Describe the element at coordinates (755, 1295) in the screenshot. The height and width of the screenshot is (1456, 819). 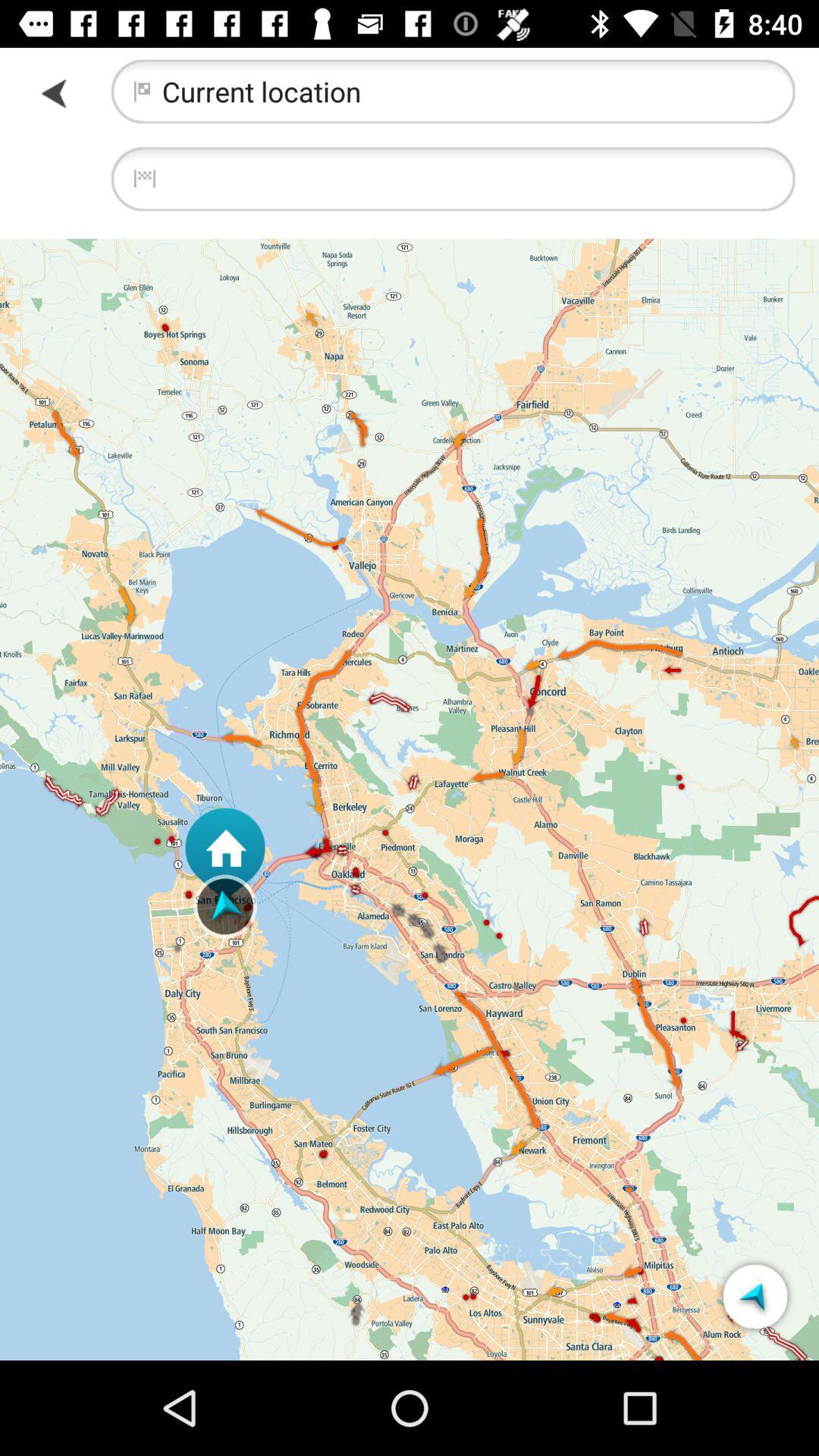
I see `the icon at the bottom right corner` at that location.